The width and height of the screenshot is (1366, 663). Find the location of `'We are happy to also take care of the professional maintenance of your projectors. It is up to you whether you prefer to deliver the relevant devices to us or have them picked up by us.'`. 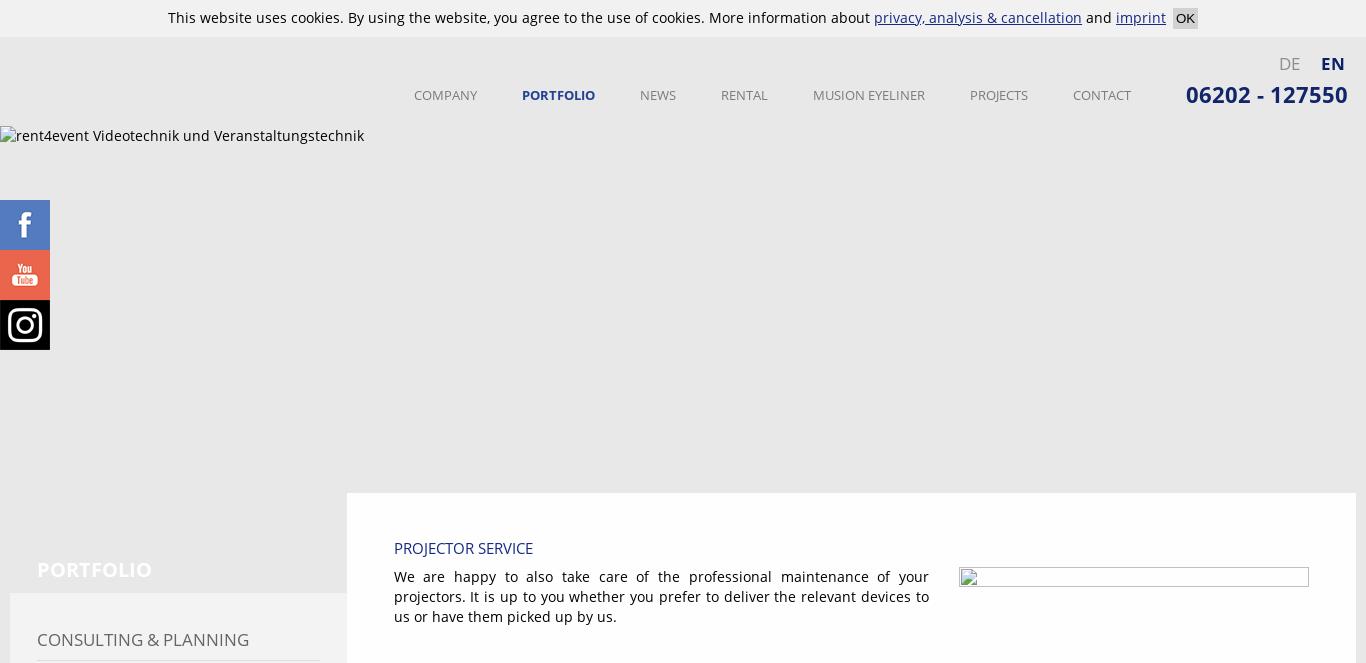

'We are happy to also take care of the professional maintenance of your projectors. It is up to you whether you prefer to deliver the relevant devices to us or have them picked up by us.' is located at coordinates (659, 595).